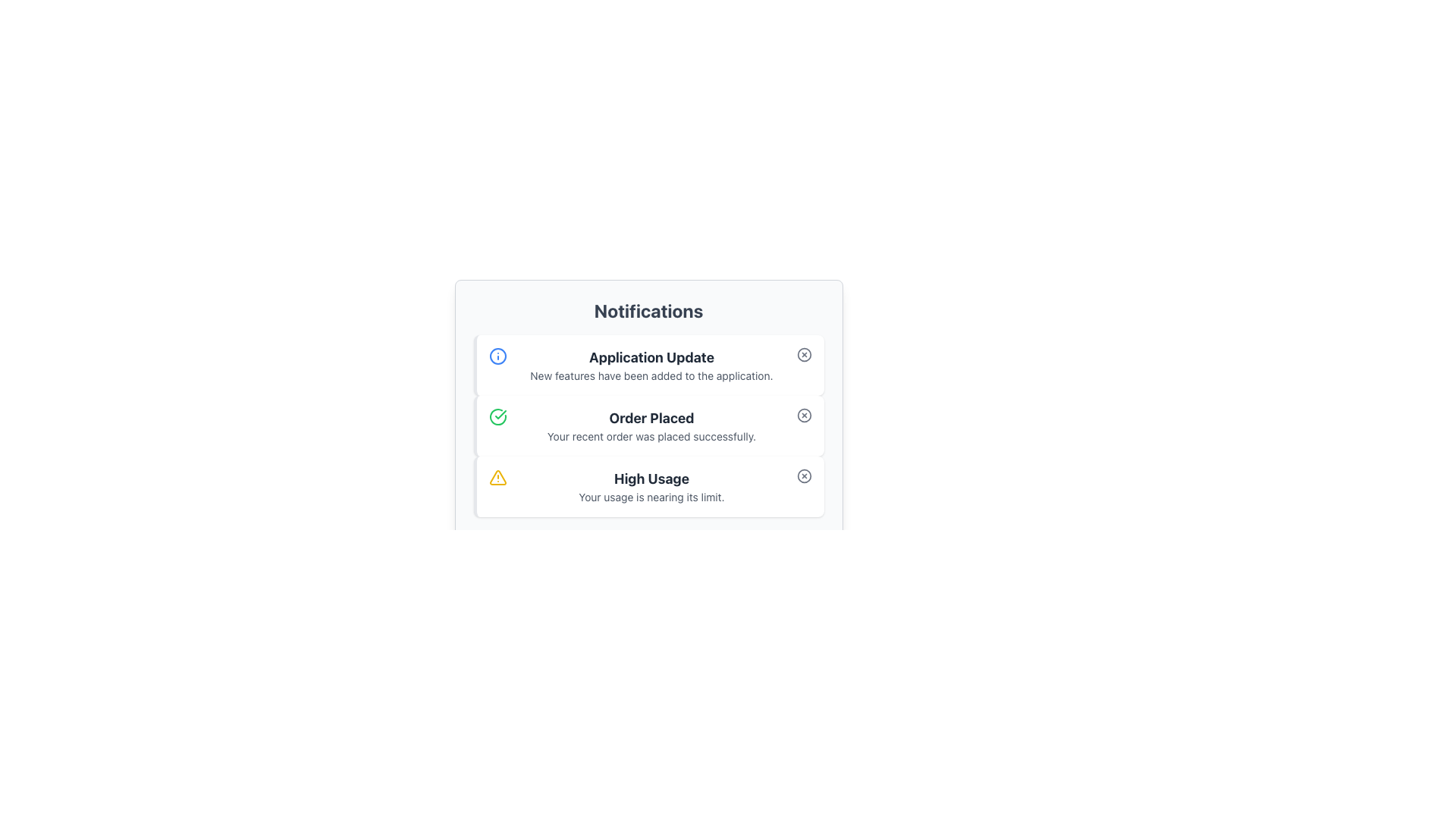 The image size is (1456, 819). I want to click on the triangular warning icon with a yellow border and an exclamation mark located in the notification block titled 'High Usage.', so click(497, 476).